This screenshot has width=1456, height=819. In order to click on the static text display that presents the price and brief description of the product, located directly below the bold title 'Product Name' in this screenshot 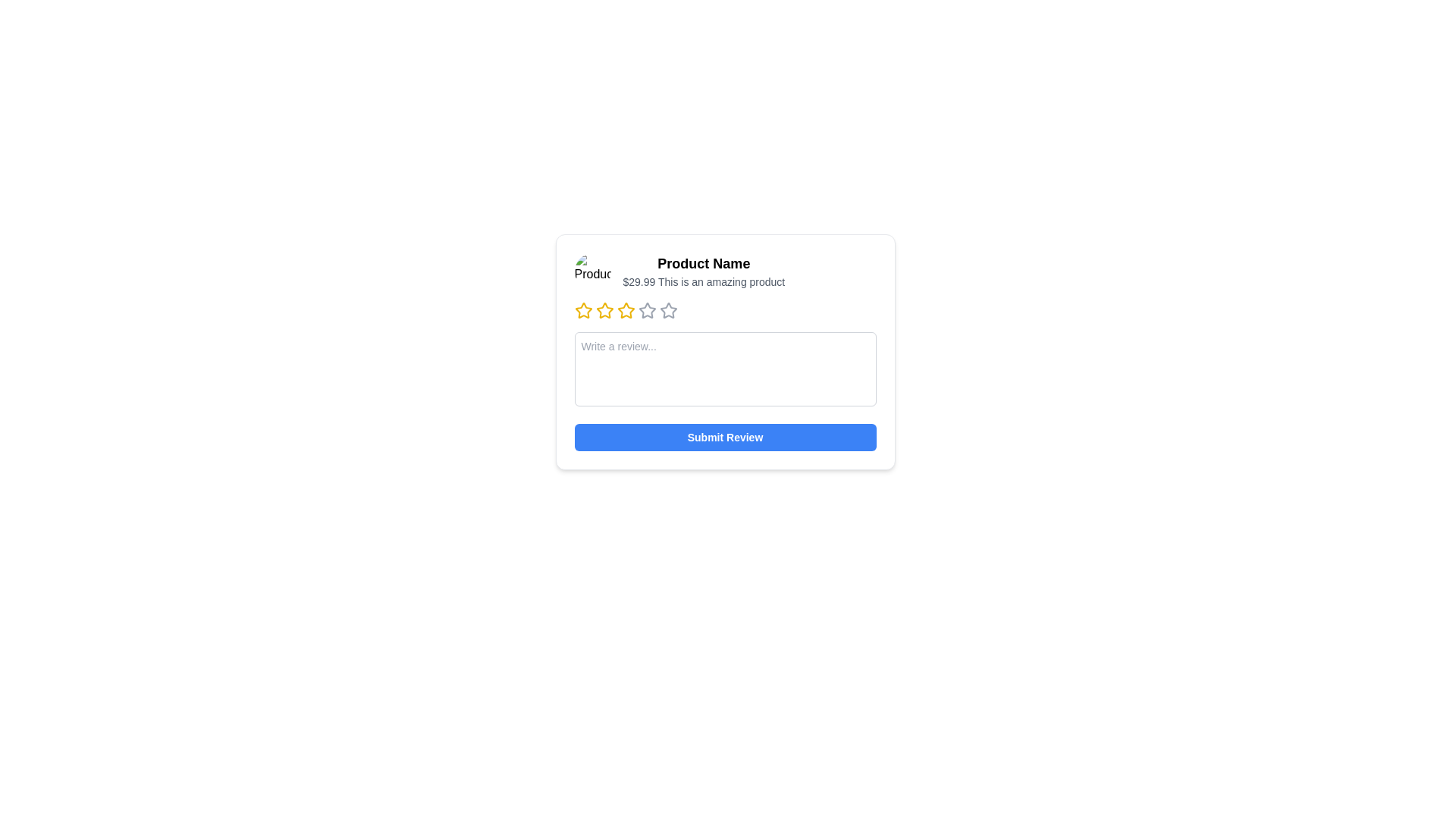, I will do `click(703, 281)`.